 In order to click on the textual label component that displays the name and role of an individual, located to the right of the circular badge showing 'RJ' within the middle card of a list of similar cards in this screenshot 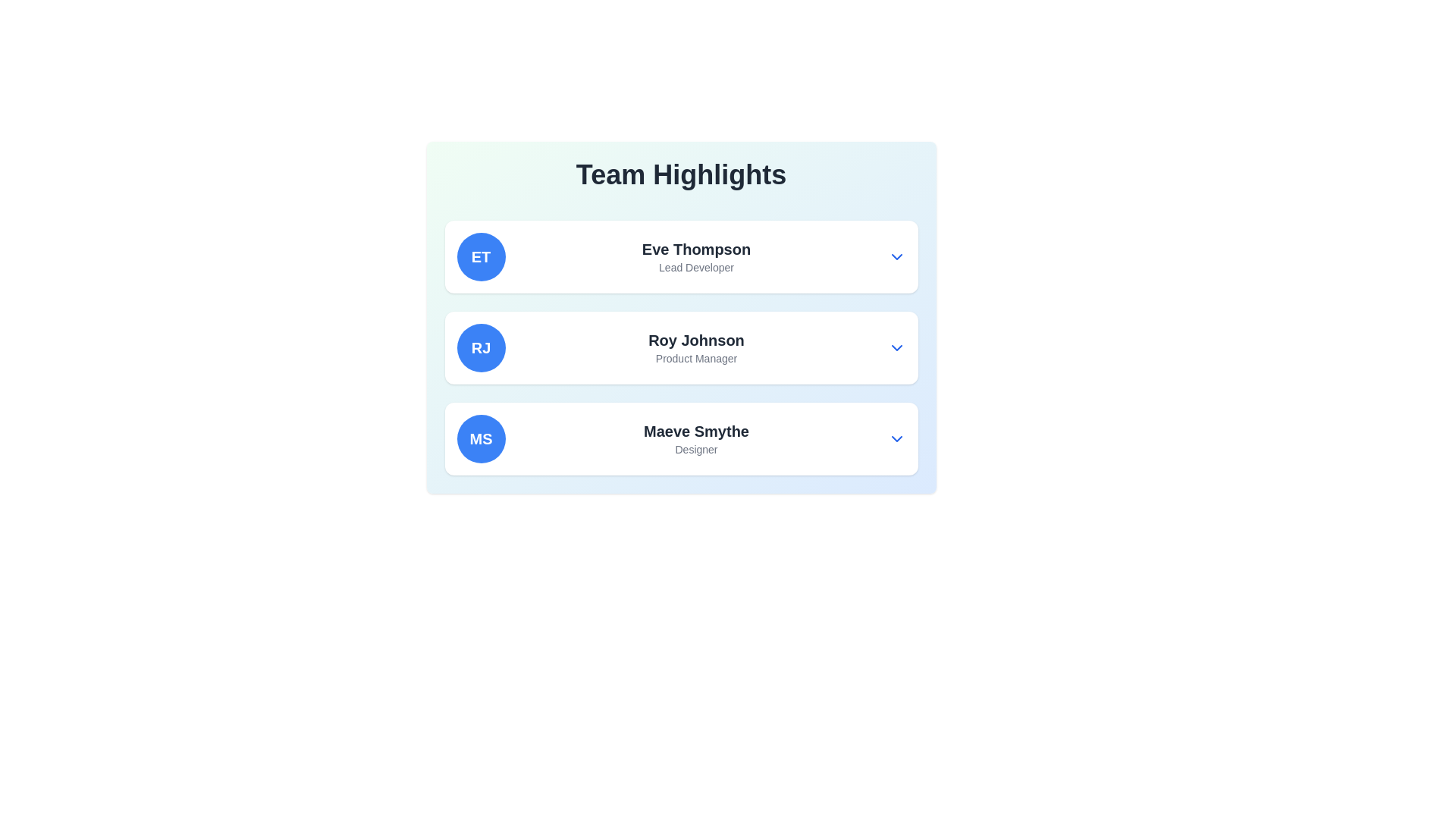, I will do `click(695, 348)`.